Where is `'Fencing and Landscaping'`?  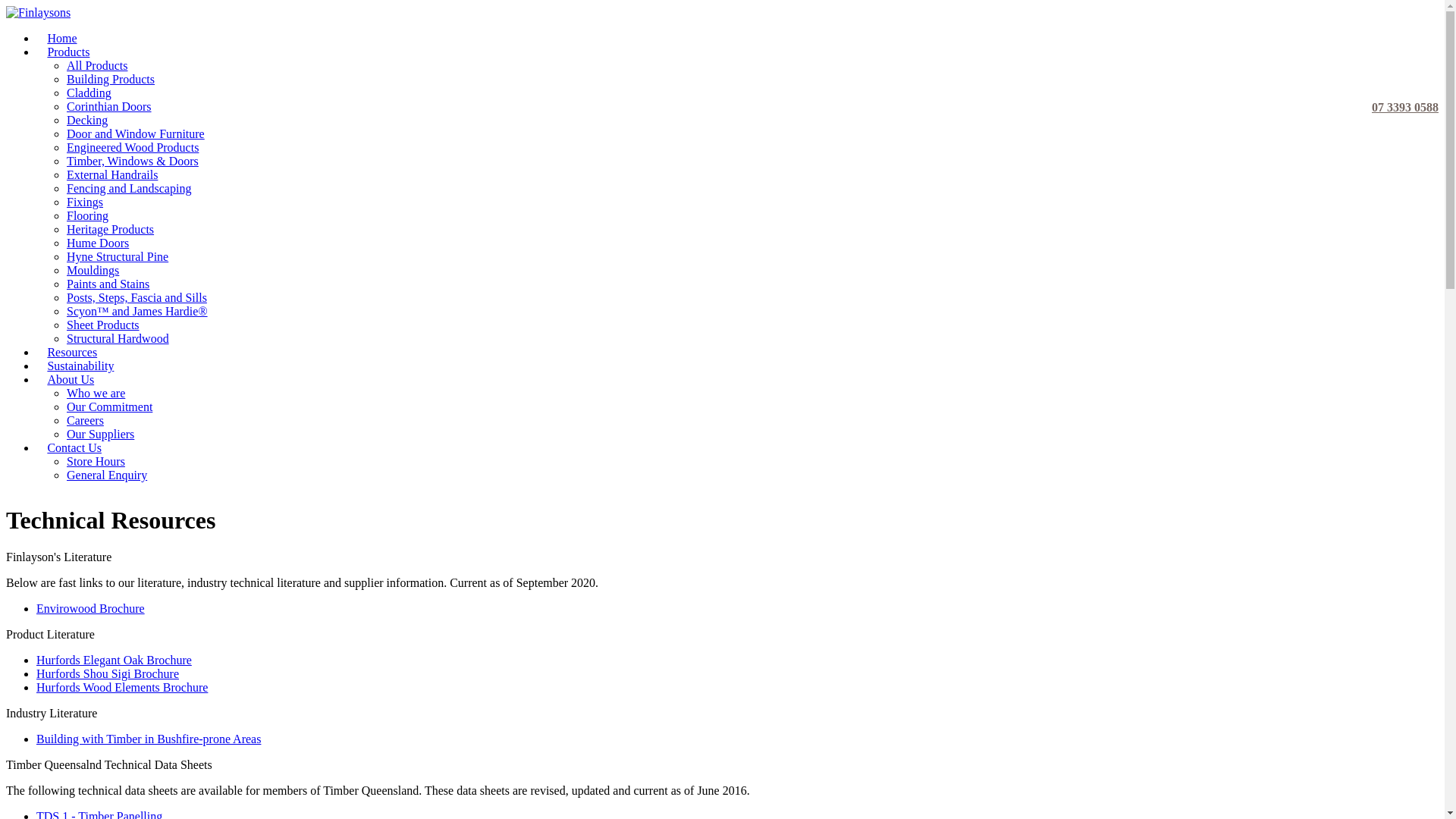
'Fencing and Landscaping' is located at coordinates (128, 187).